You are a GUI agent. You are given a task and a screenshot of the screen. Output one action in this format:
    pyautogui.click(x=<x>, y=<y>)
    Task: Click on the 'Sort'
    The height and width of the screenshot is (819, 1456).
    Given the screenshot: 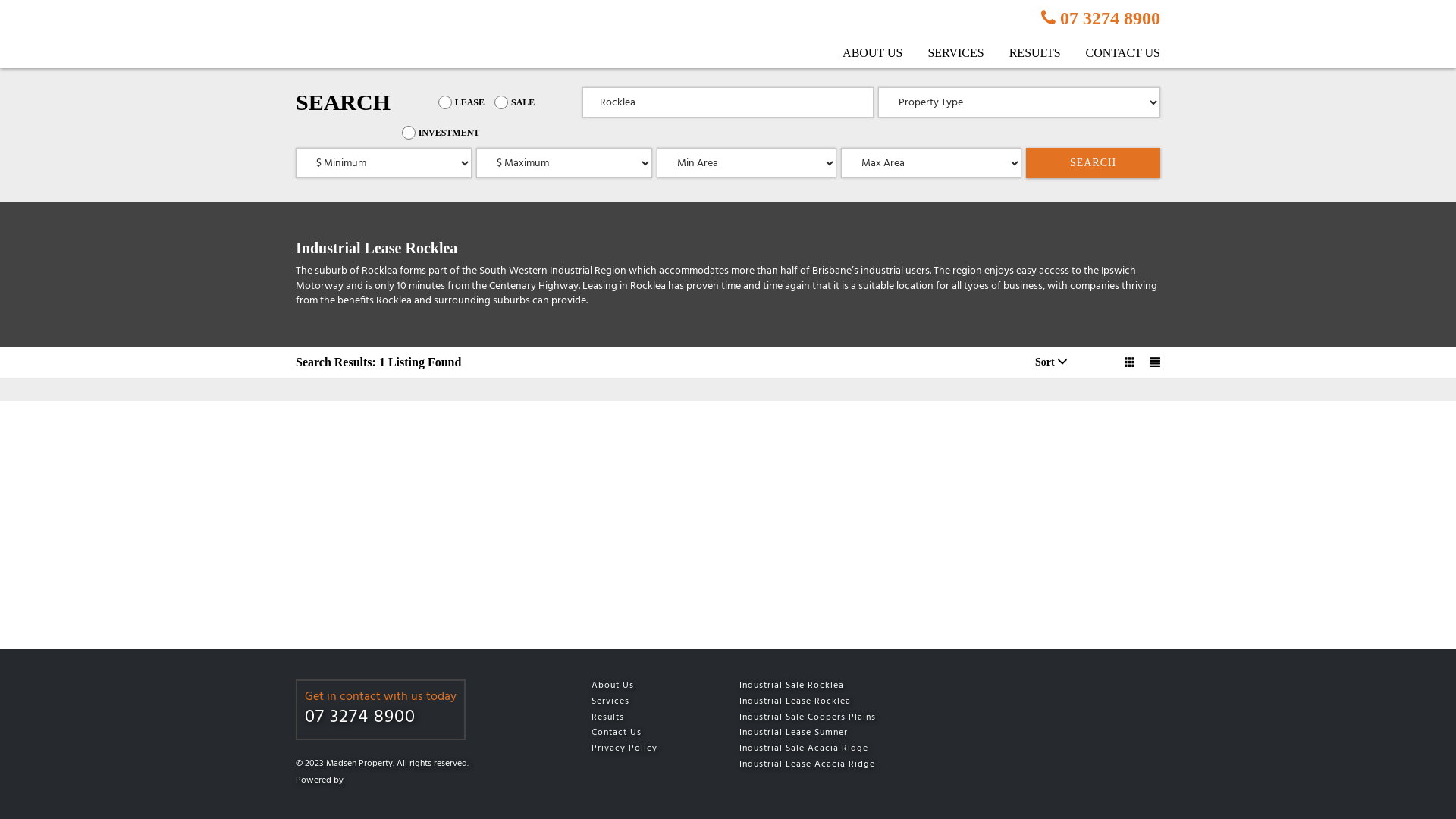 What is the action you would take?
    pyautogui.click(x=1050, y=362)
    